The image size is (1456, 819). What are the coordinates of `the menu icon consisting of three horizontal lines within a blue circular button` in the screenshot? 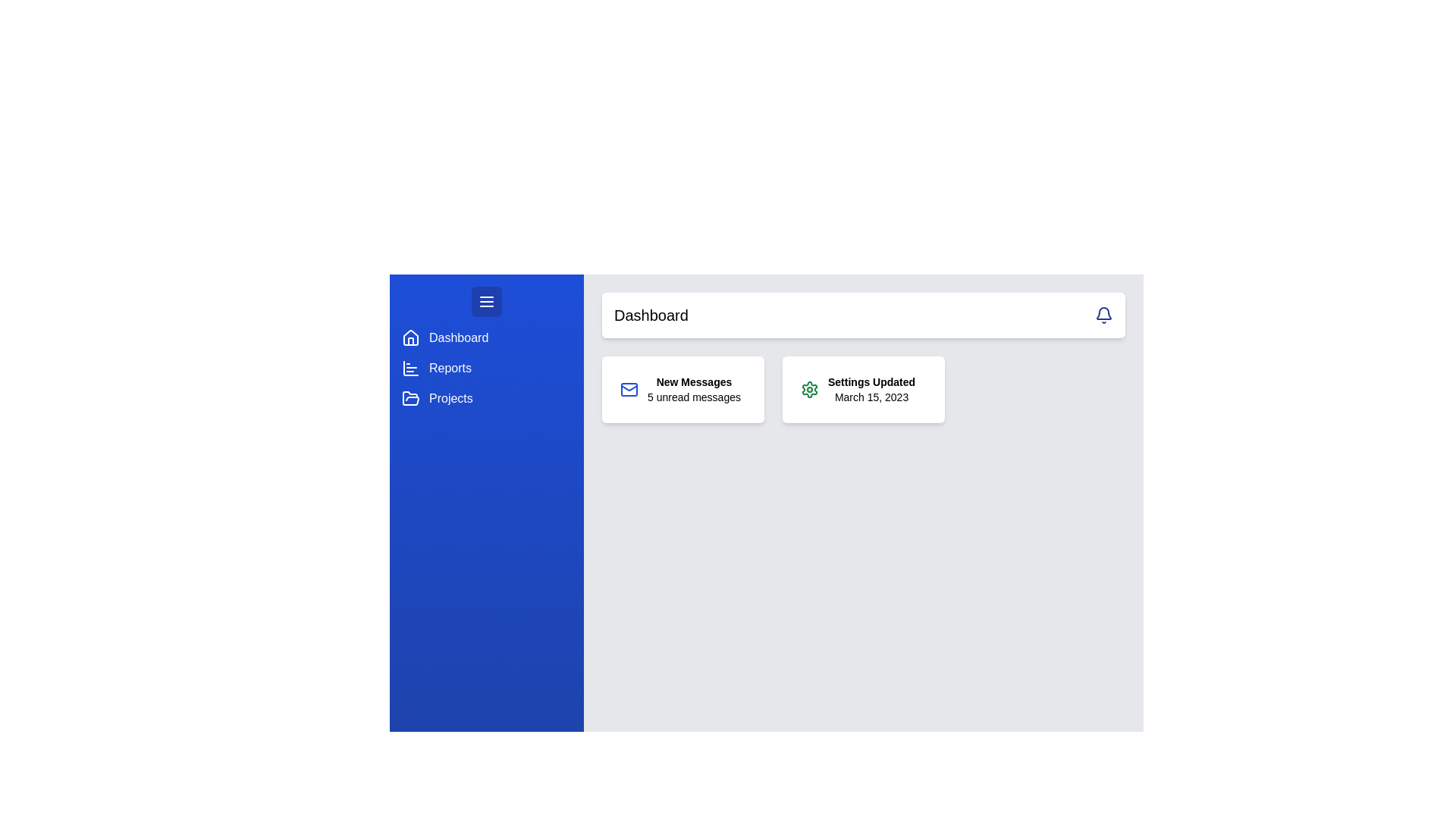 It's located at (487, 301).